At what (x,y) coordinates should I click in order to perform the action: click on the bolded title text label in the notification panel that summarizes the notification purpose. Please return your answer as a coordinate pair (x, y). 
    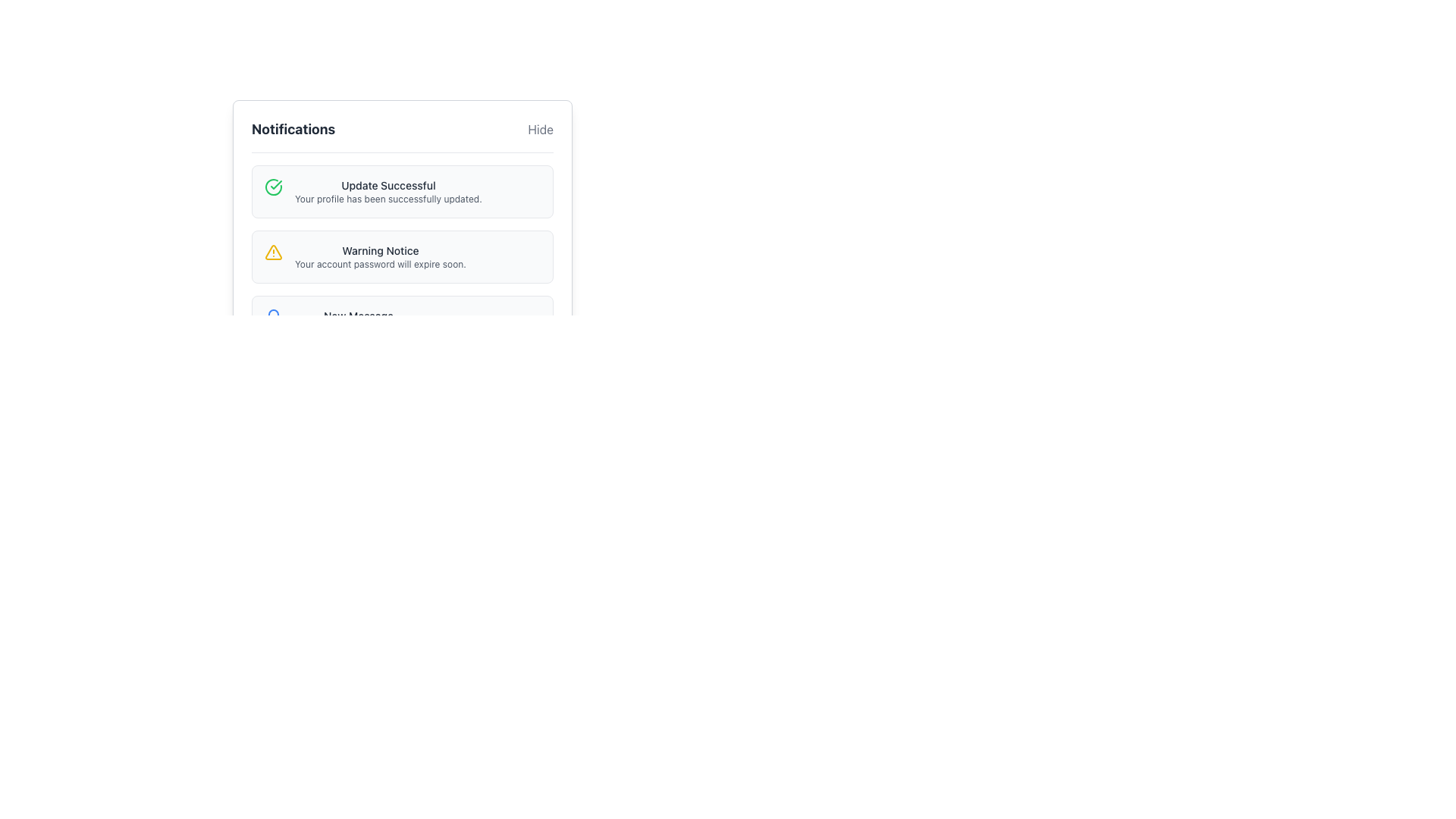
    Looking at the image, I should click on (358, 315).